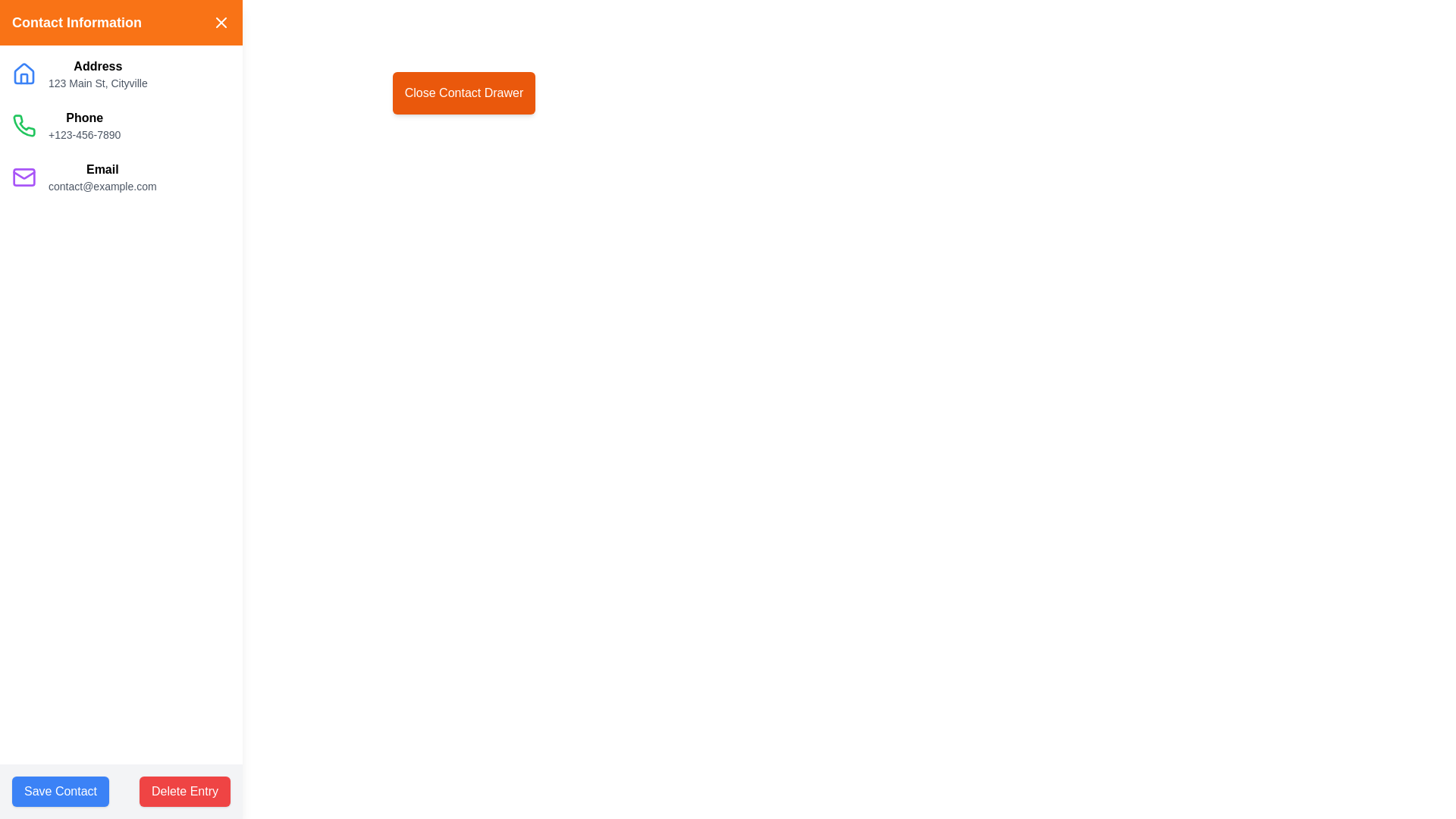 This screenshot has height=819, width=1456. What do you see at coordinates (24, 124) in the screenshot?
I see `the phone icon represented by a green bordered receiver, located near the 'Phone' label in the contact information panel, to highlight it` at bounding box center [24, 124].